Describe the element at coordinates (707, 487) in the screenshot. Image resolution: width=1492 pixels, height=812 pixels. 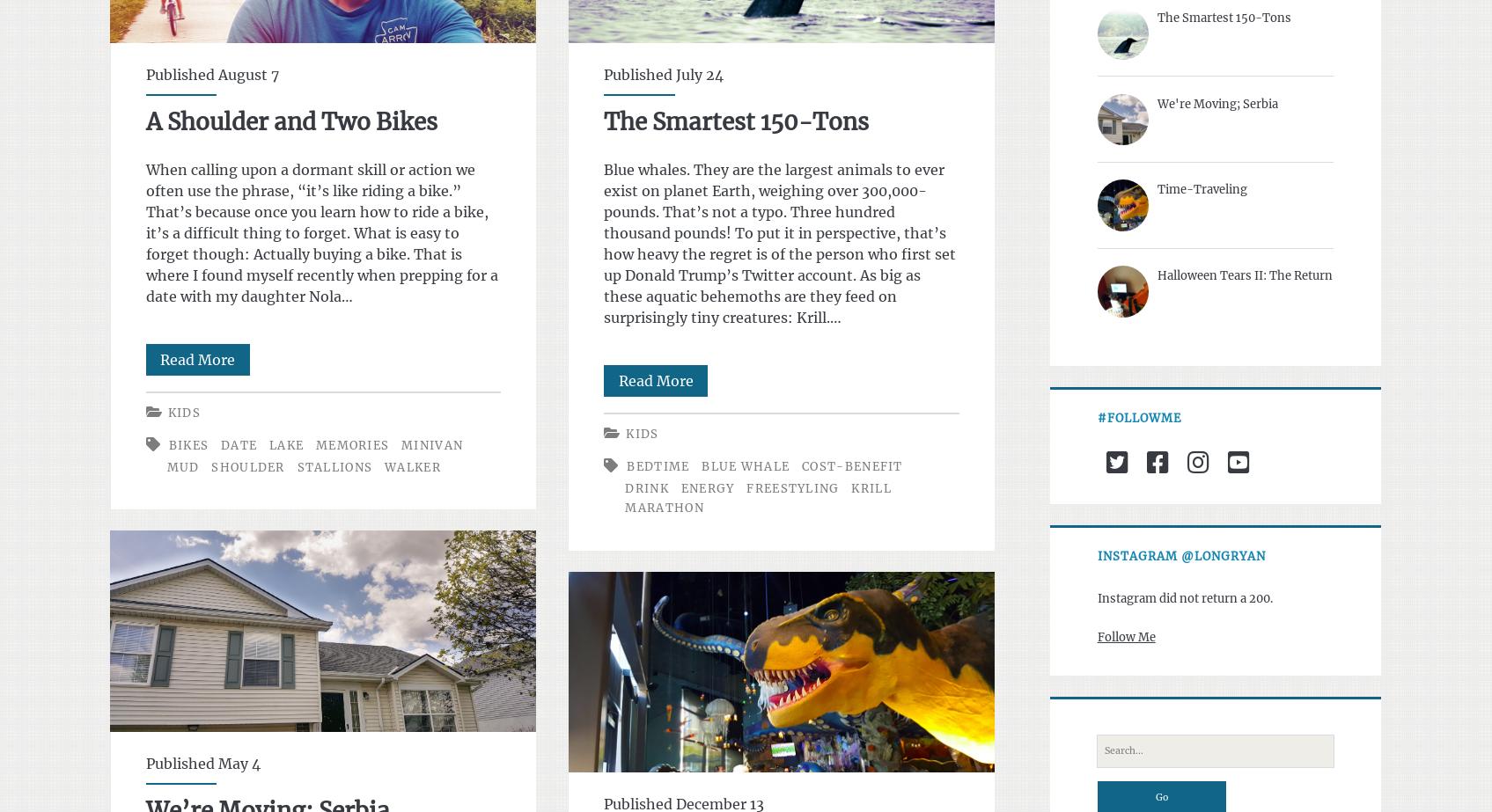
I see `'energy'` at that location.